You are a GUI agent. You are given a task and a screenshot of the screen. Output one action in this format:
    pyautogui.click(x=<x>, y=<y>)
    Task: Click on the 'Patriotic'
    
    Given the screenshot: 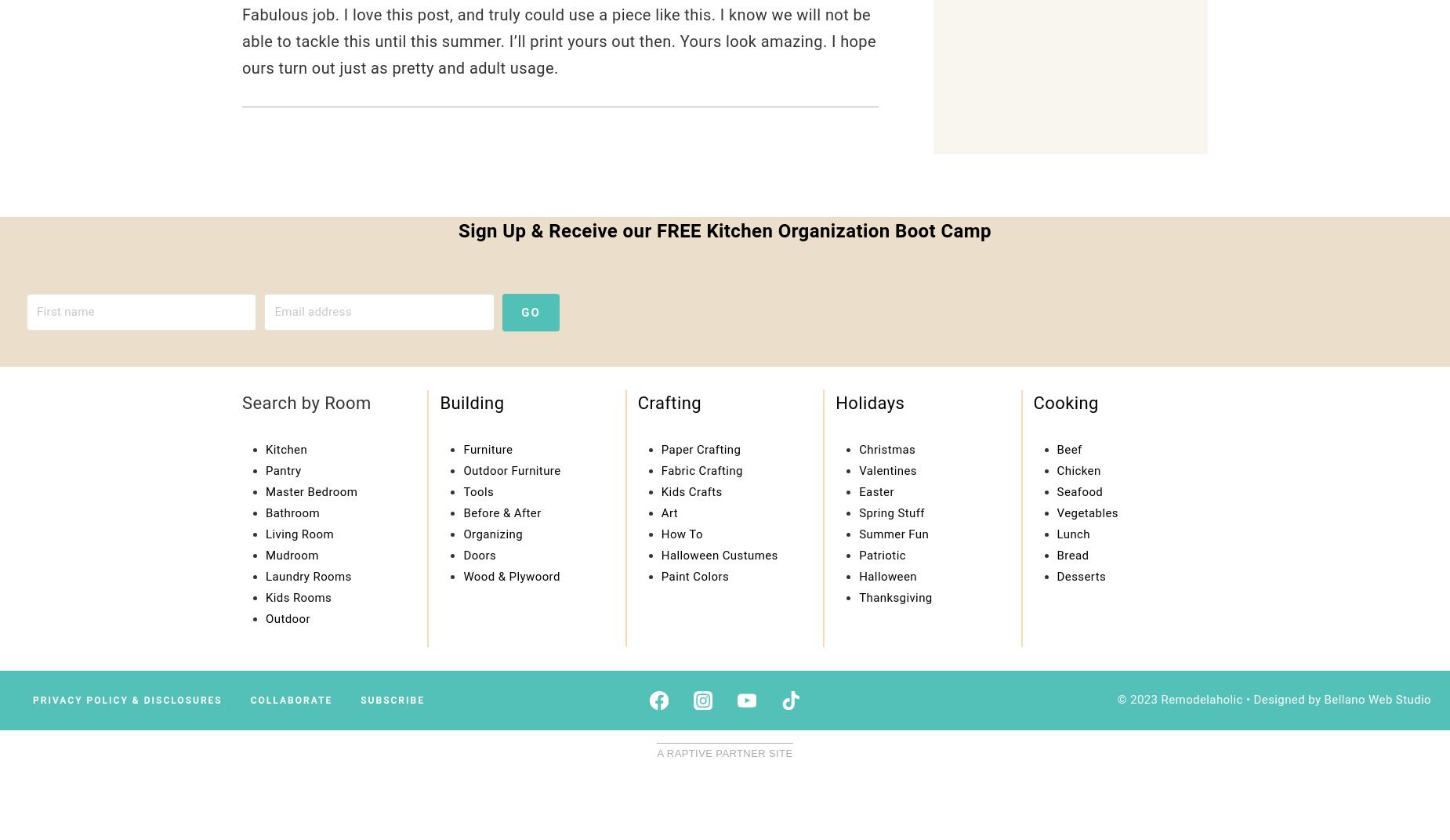 What is the action you would take?
    pyautogui.click(x=881, y=553)
    